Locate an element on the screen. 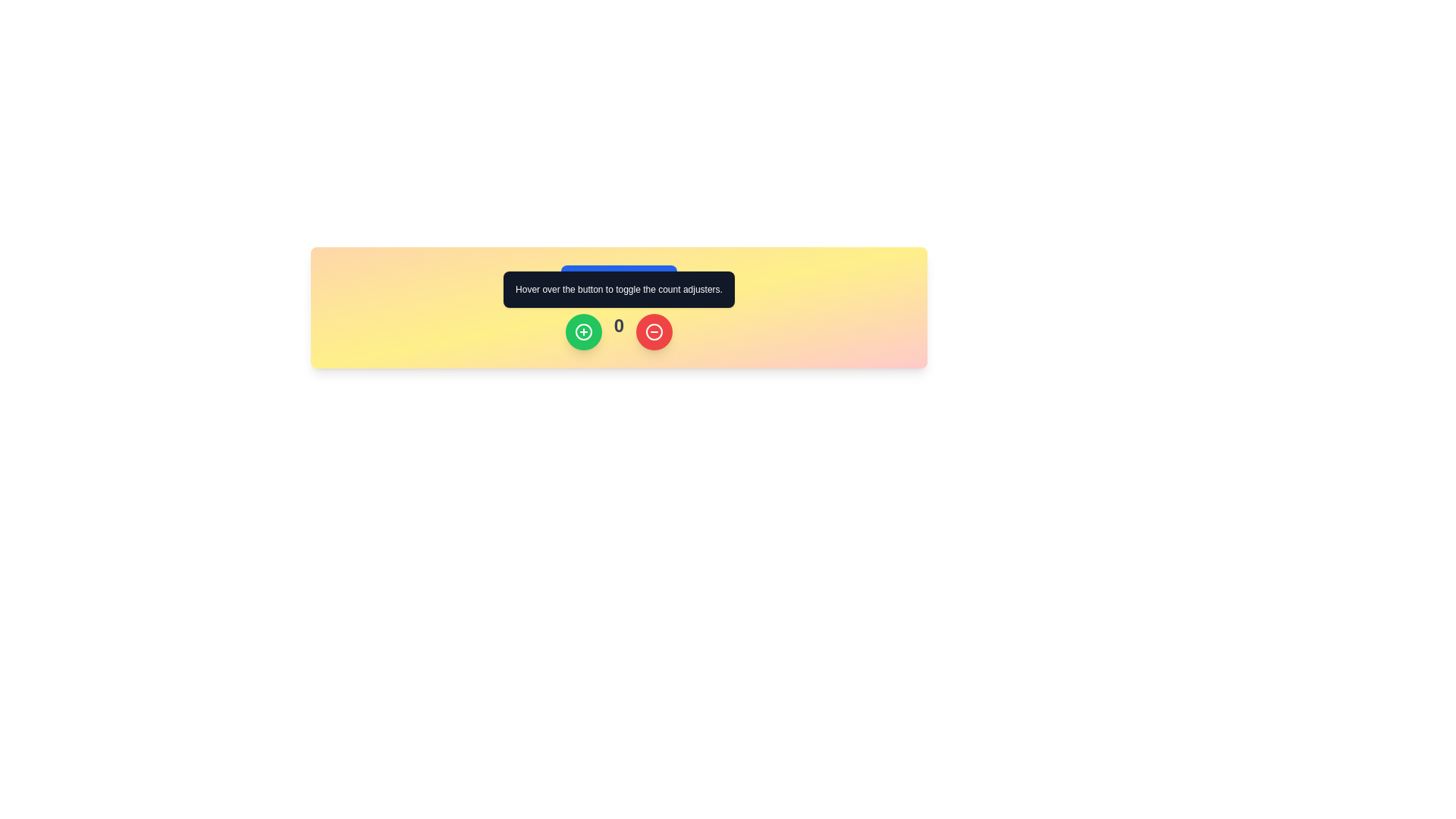 This screenshot has width=1456, height=819. the second interactive button located beneath a tooltip and to the right of a green circular button with a plus sign to decrease the count or perform the intended action is located at coordinates (654, 331).